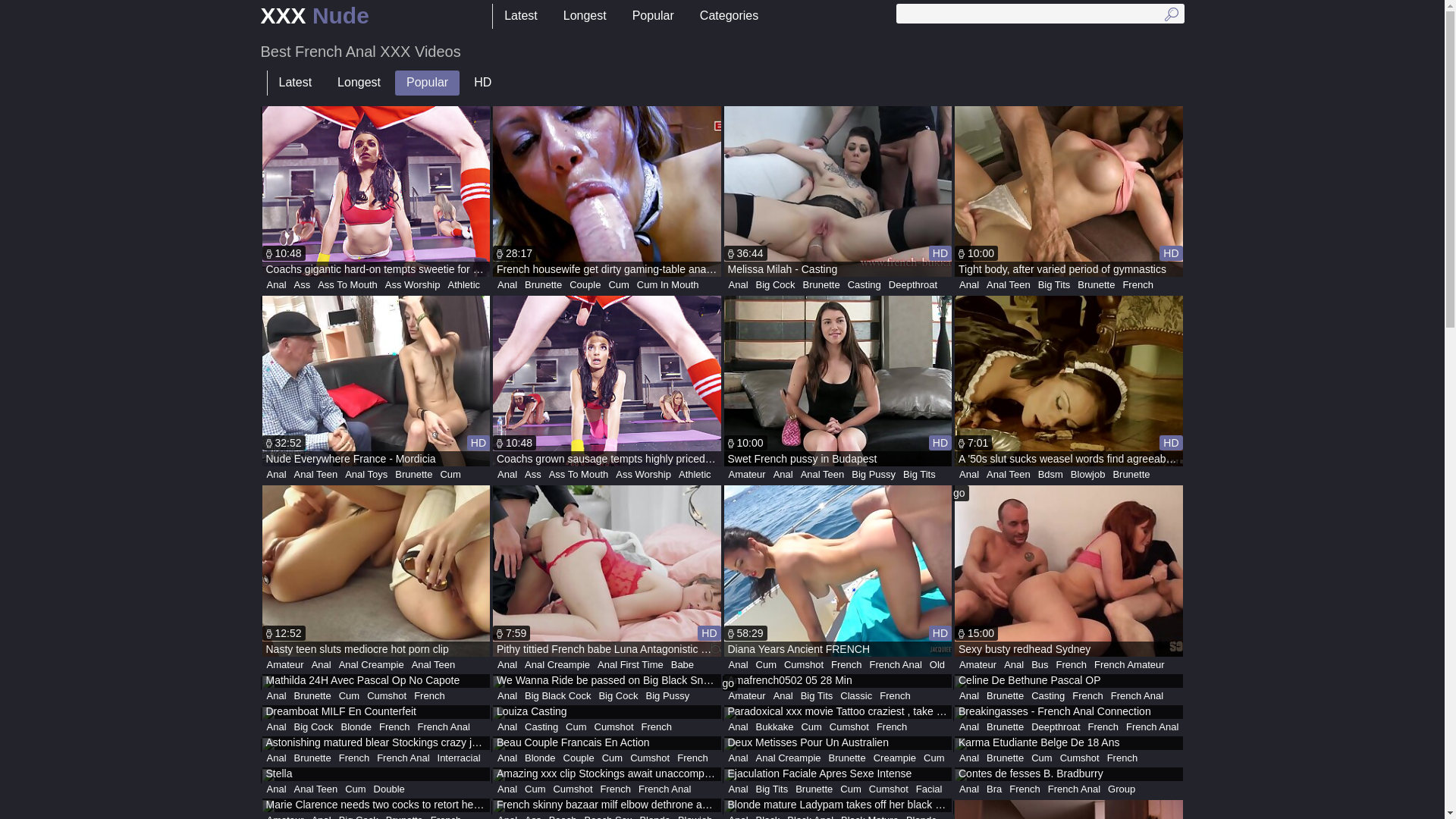 This screenshot has width=1456, height=819. Describe the element at coordinates (634, 789) in the screenshot. I see `'French Anal'` at that location.